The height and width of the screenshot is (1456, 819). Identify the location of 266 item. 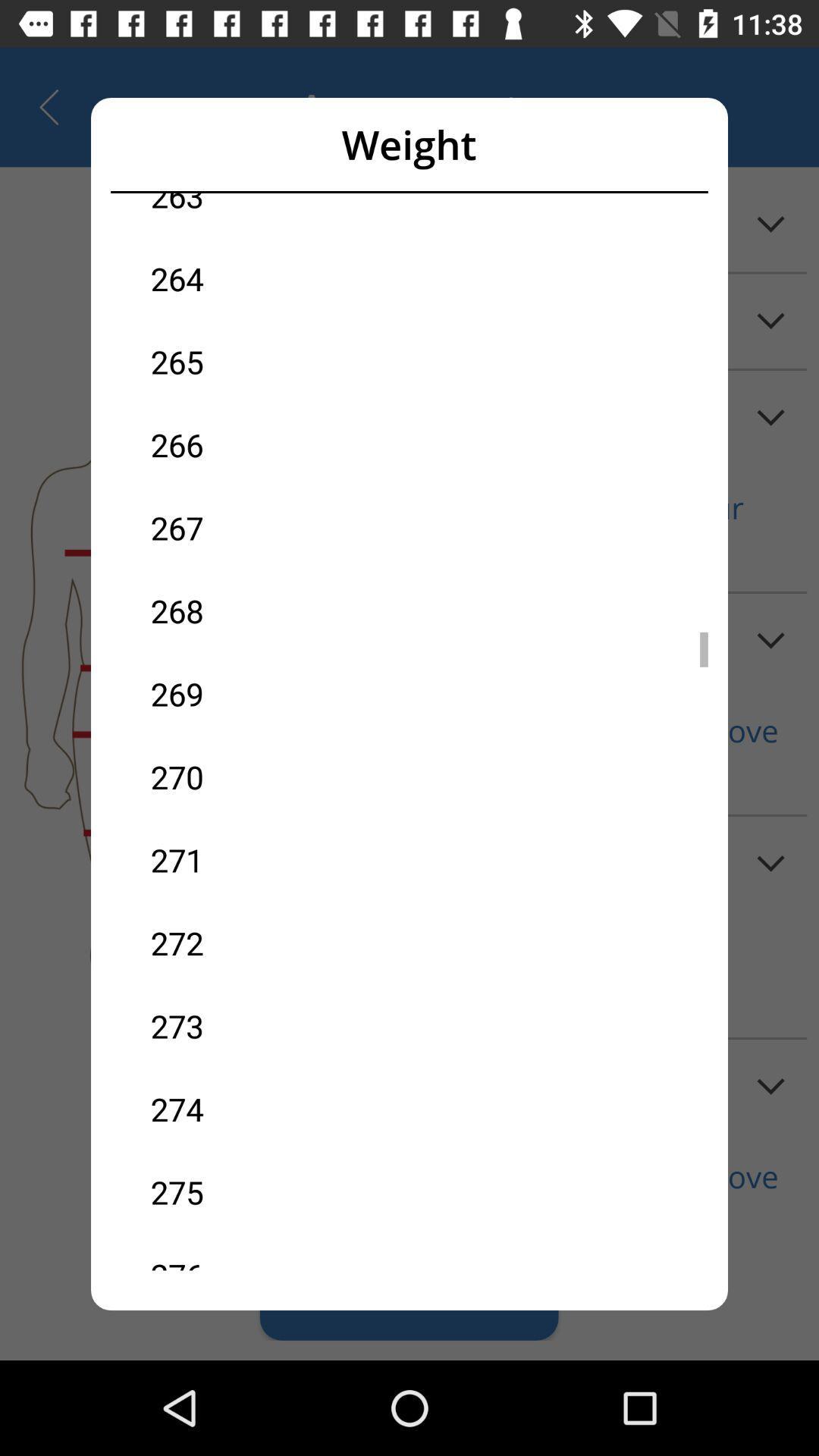
(280, 444).